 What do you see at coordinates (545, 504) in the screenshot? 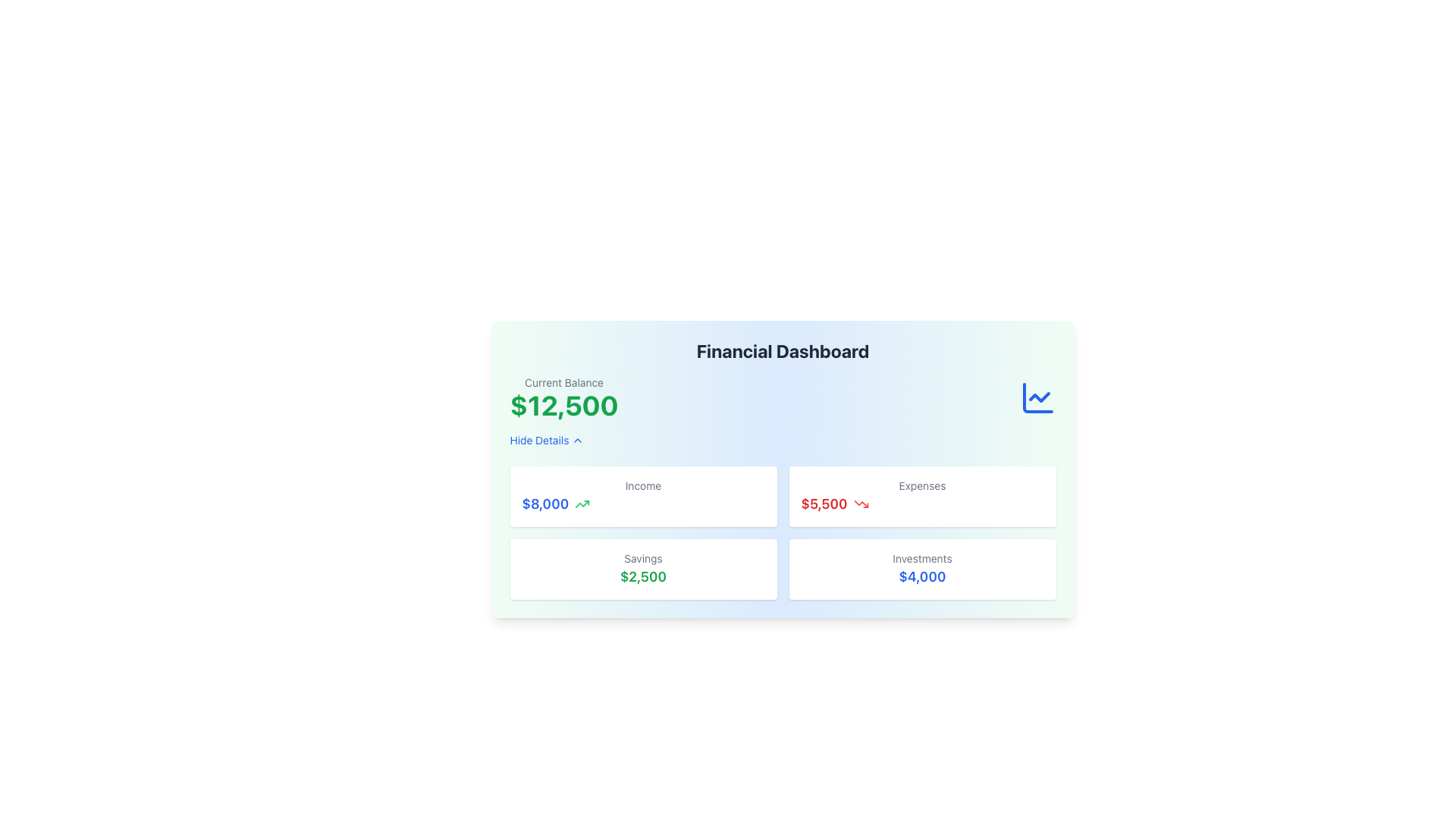
I see `the Text Label displaying '$8,000' in a large, bold blue font, which is located in the top-left corner of the financial data section within the 'Income' block` at bounding box center [545, 504].